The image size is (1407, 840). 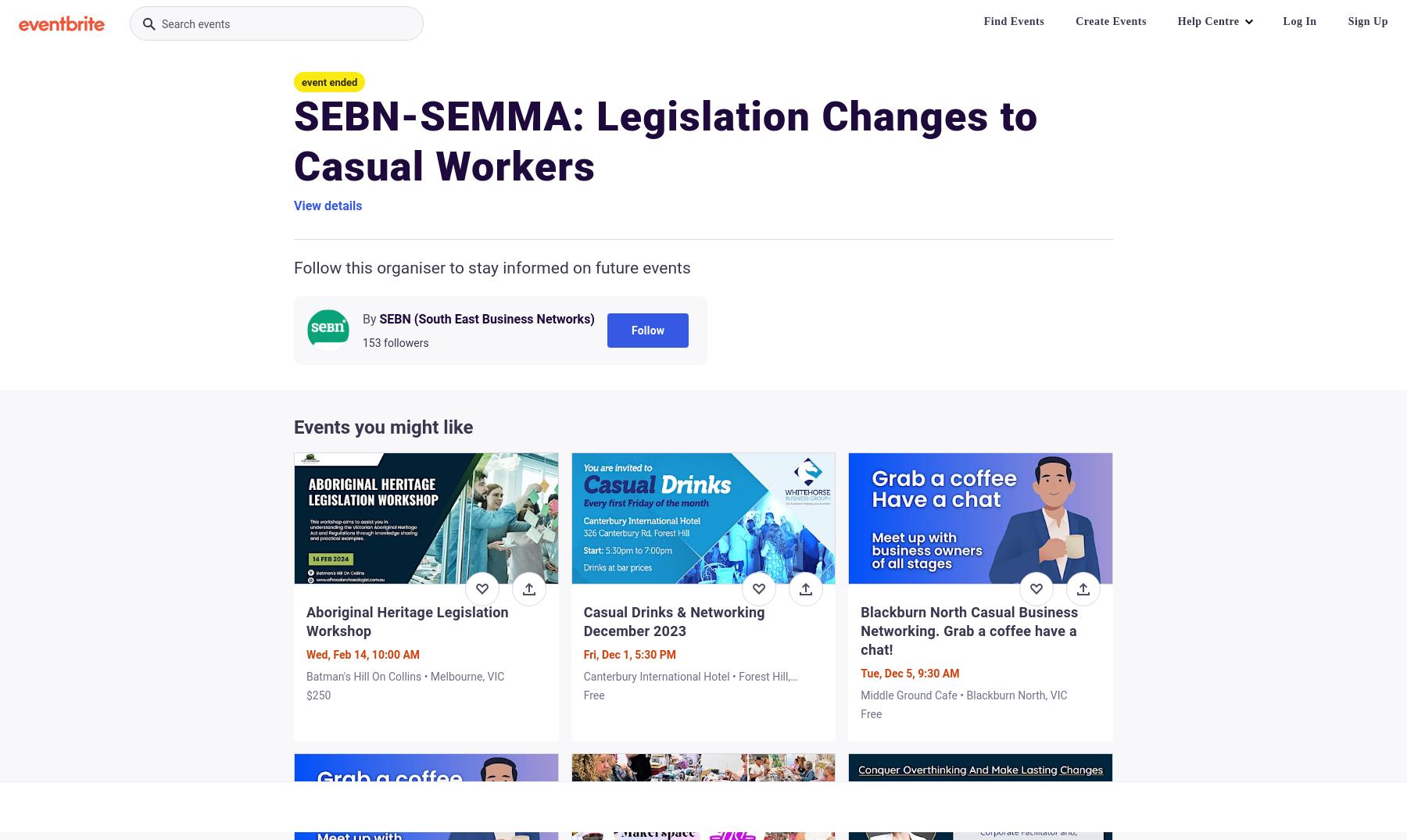 What do you see at coordinates (665, 141) in the screenshot?
I see `'SEBN-SEMMA: Legislation Changes to Casual Workers'` at bounding box center [665, 141].